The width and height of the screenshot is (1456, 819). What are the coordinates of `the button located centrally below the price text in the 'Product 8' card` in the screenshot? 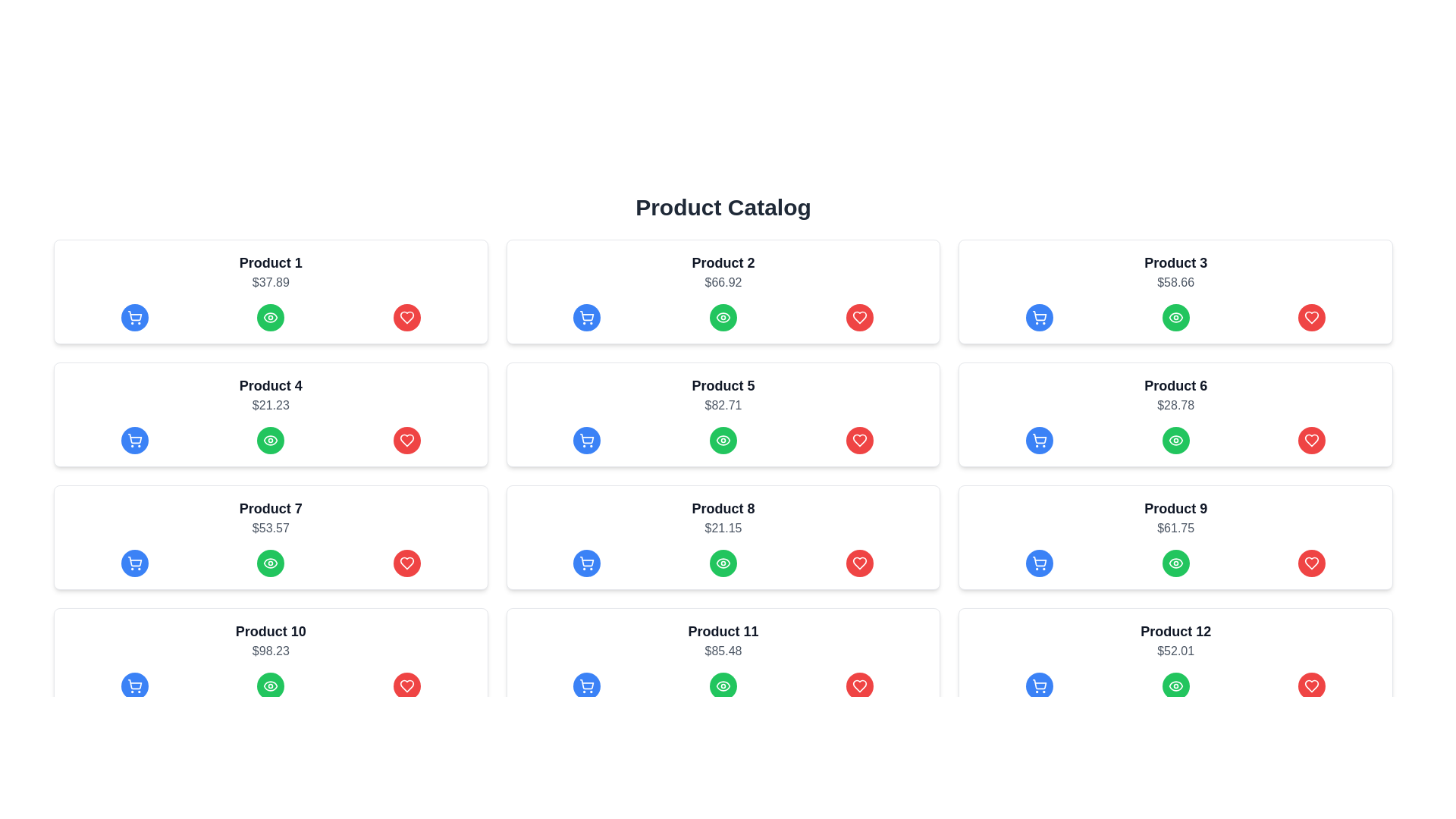 It's located at (723, 563).